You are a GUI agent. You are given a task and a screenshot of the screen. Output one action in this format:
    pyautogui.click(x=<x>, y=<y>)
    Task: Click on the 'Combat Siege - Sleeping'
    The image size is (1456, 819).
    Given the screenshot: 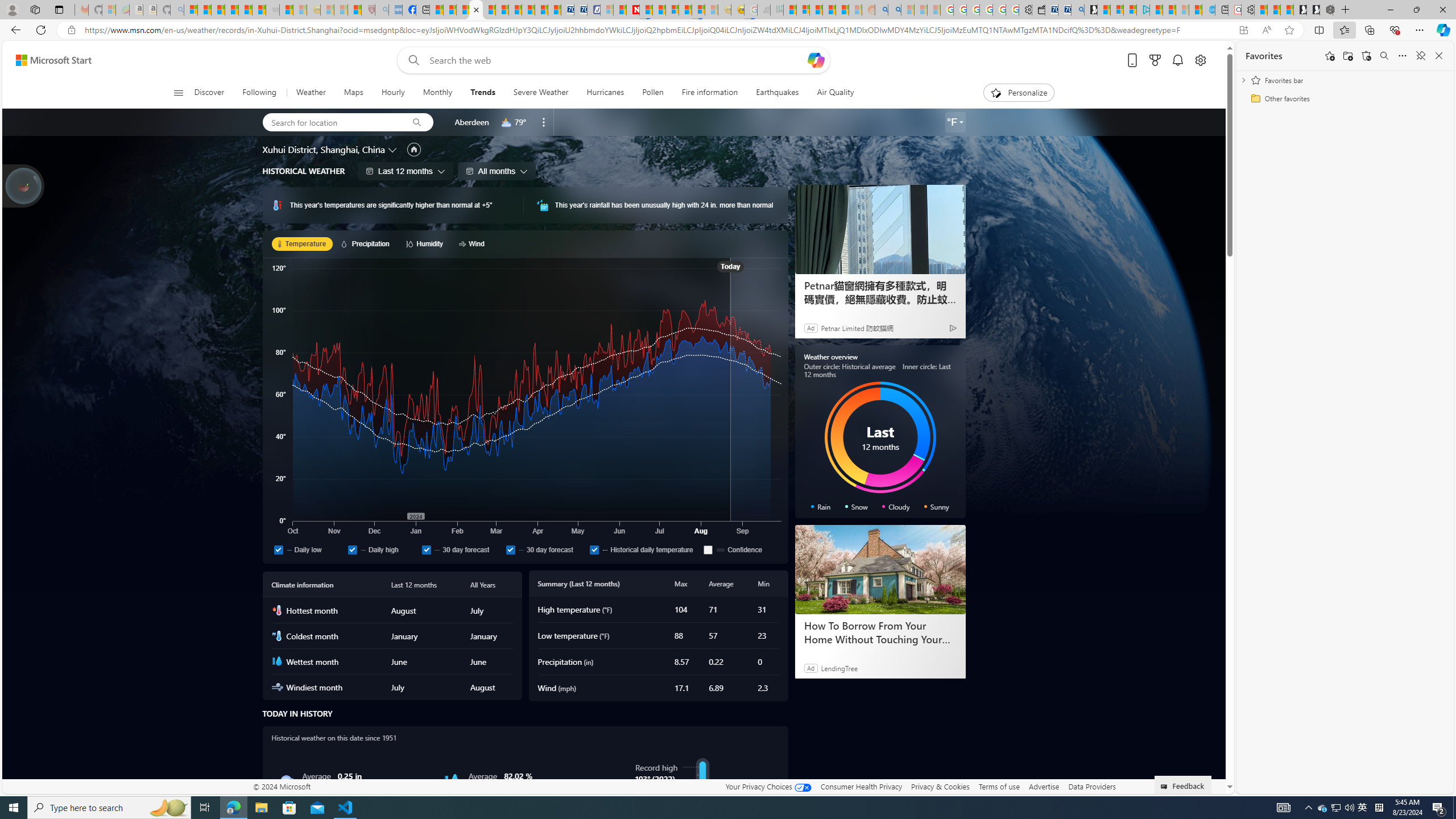 What is the action you would take?
    pyautogui.click(x=271, y=9)
    